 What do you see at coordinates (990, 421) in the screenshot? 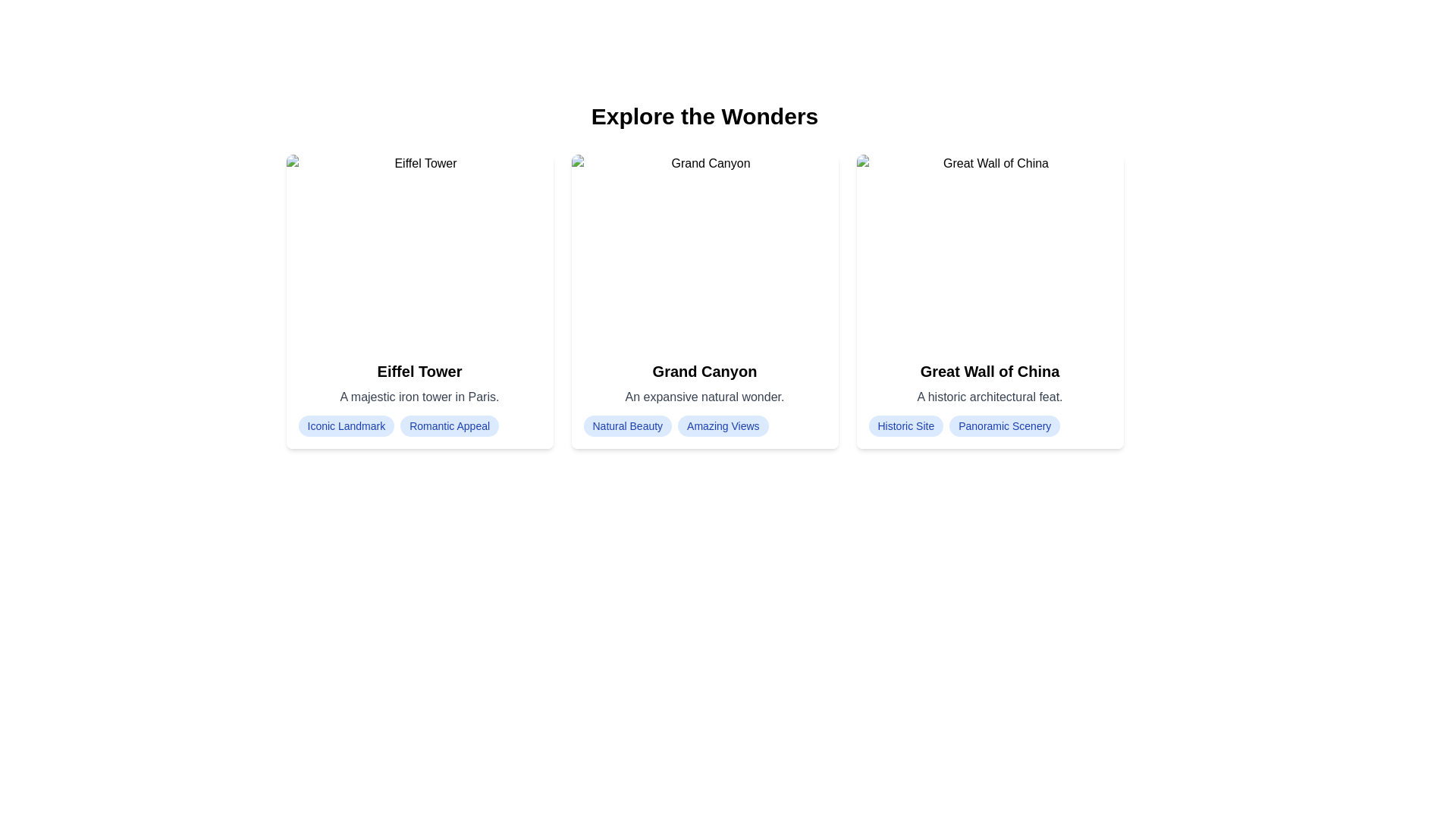
I see `larger curved shape of the eye-shaped SVG icon for debugging purposes` at bounding box center [990, 421].